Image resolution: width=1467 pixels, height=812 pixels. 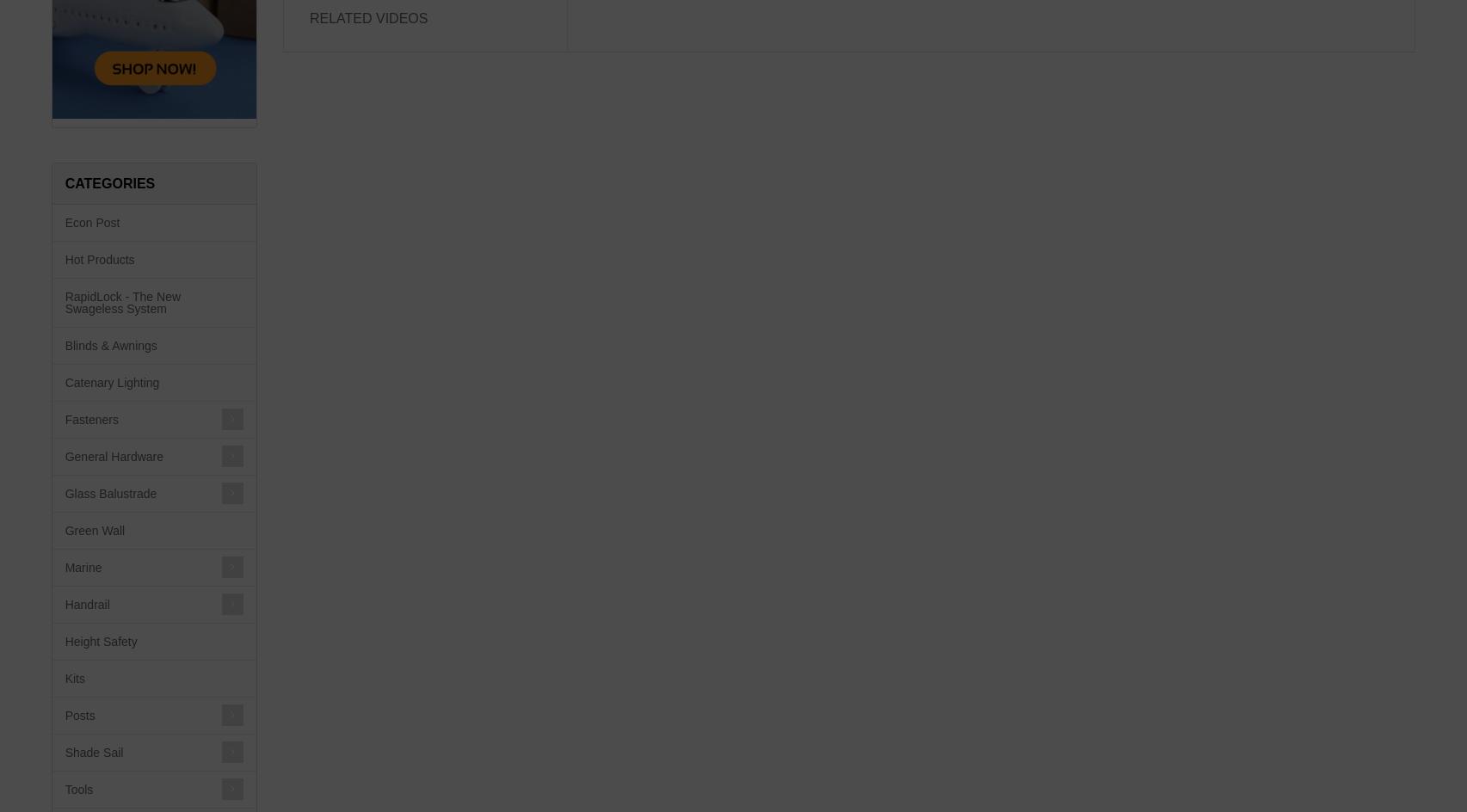 I want to click on 'Blinds & Awnings', so click(x=110, y=345).